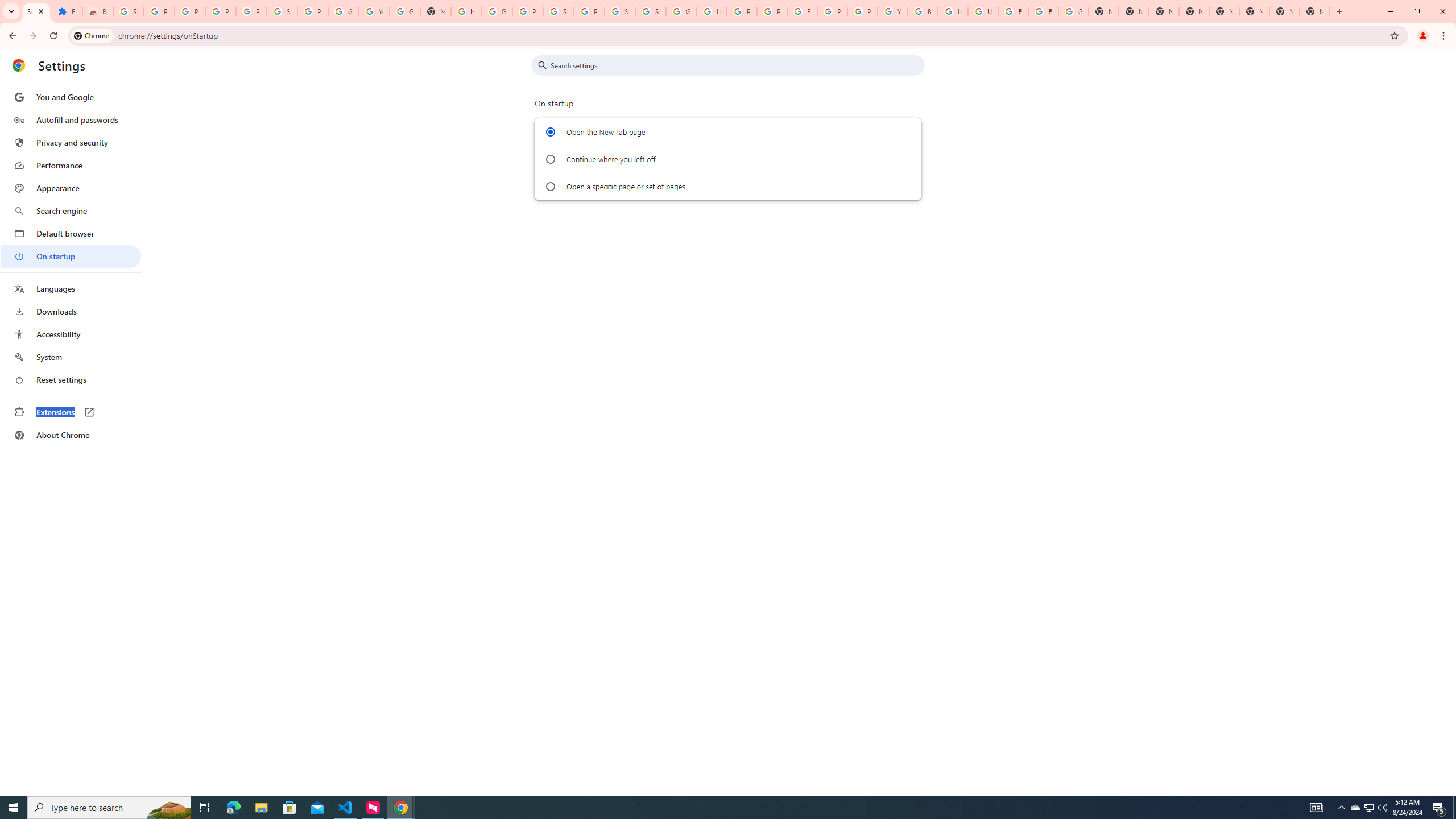  What do you see at coordinates (70, 97) in the screenshot?
I see `'You and Google'` at bounding box center [70, 97].